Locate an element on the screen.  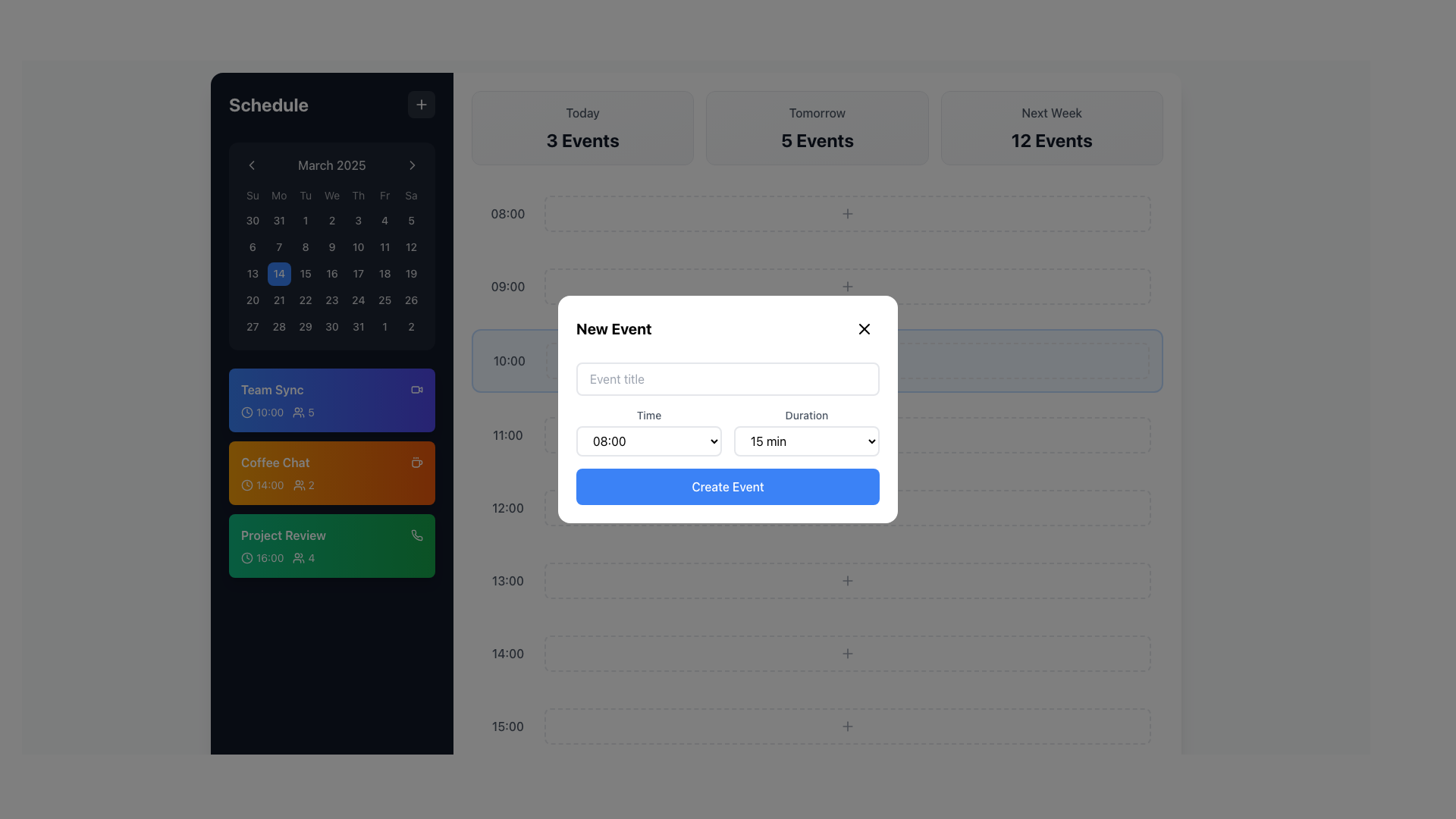
the square-shaped button labeled '18' in the calendar grid is located at coordinates (384, 274).